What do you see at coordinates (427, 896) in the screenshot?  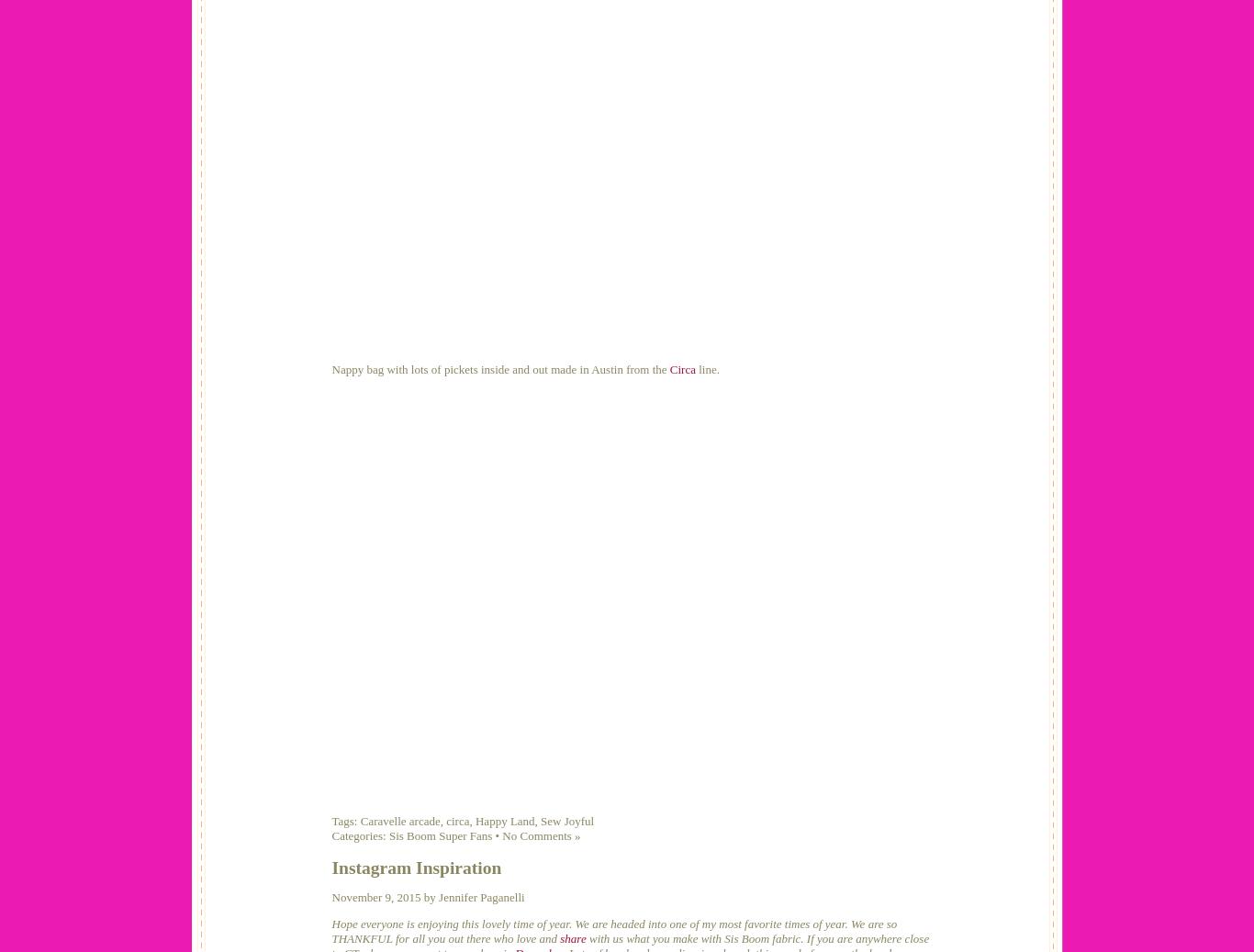 I see `'November 9, 2015 by Jennifer Paganelli'` at bounding box center [427, 896].